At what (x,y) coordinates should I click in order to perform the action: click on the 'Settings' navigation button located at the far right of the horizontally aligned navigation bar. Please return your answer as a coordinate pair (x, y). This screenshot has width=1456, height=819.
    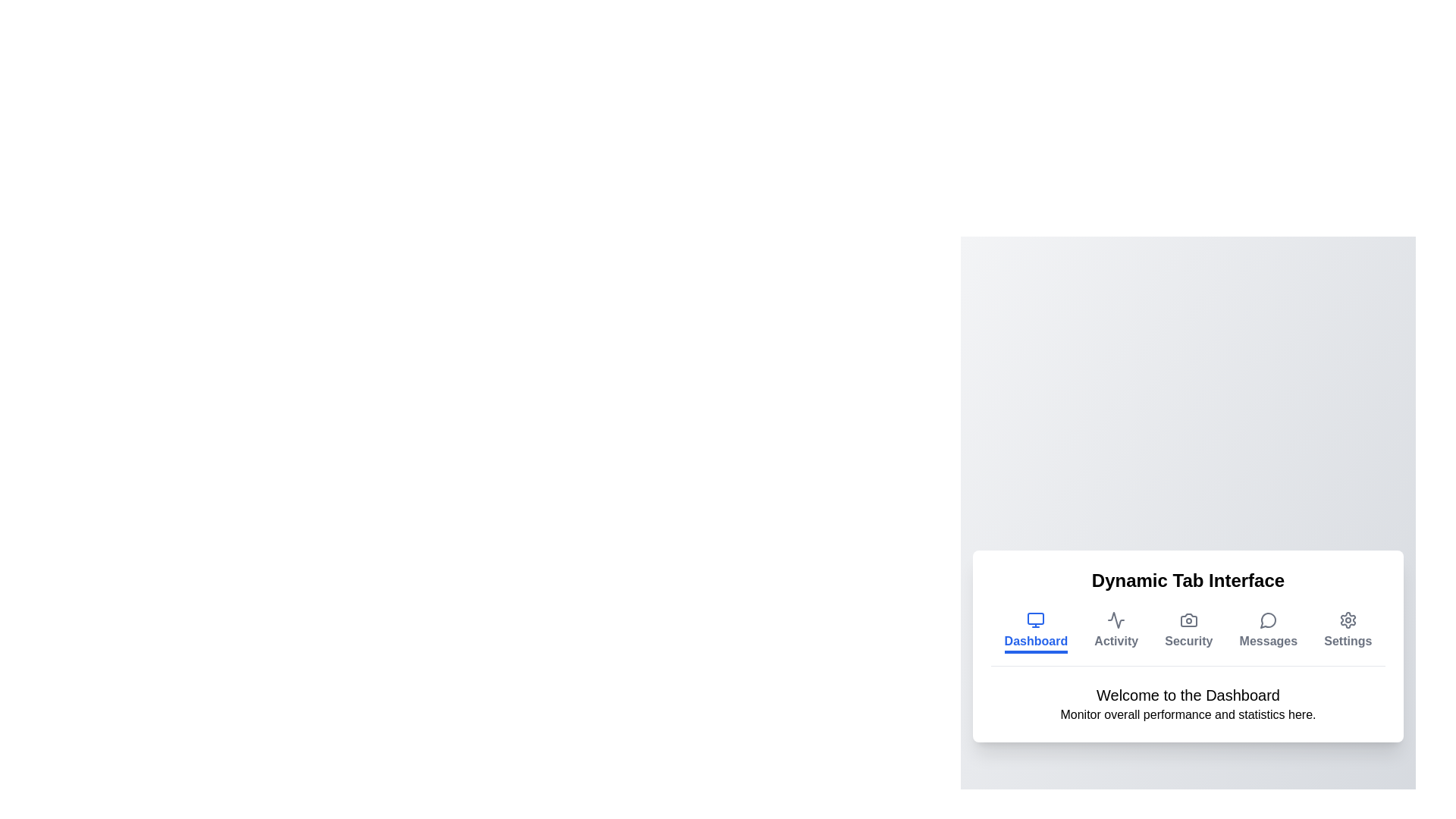
    Looking at the image, I should click on (1348, 632).